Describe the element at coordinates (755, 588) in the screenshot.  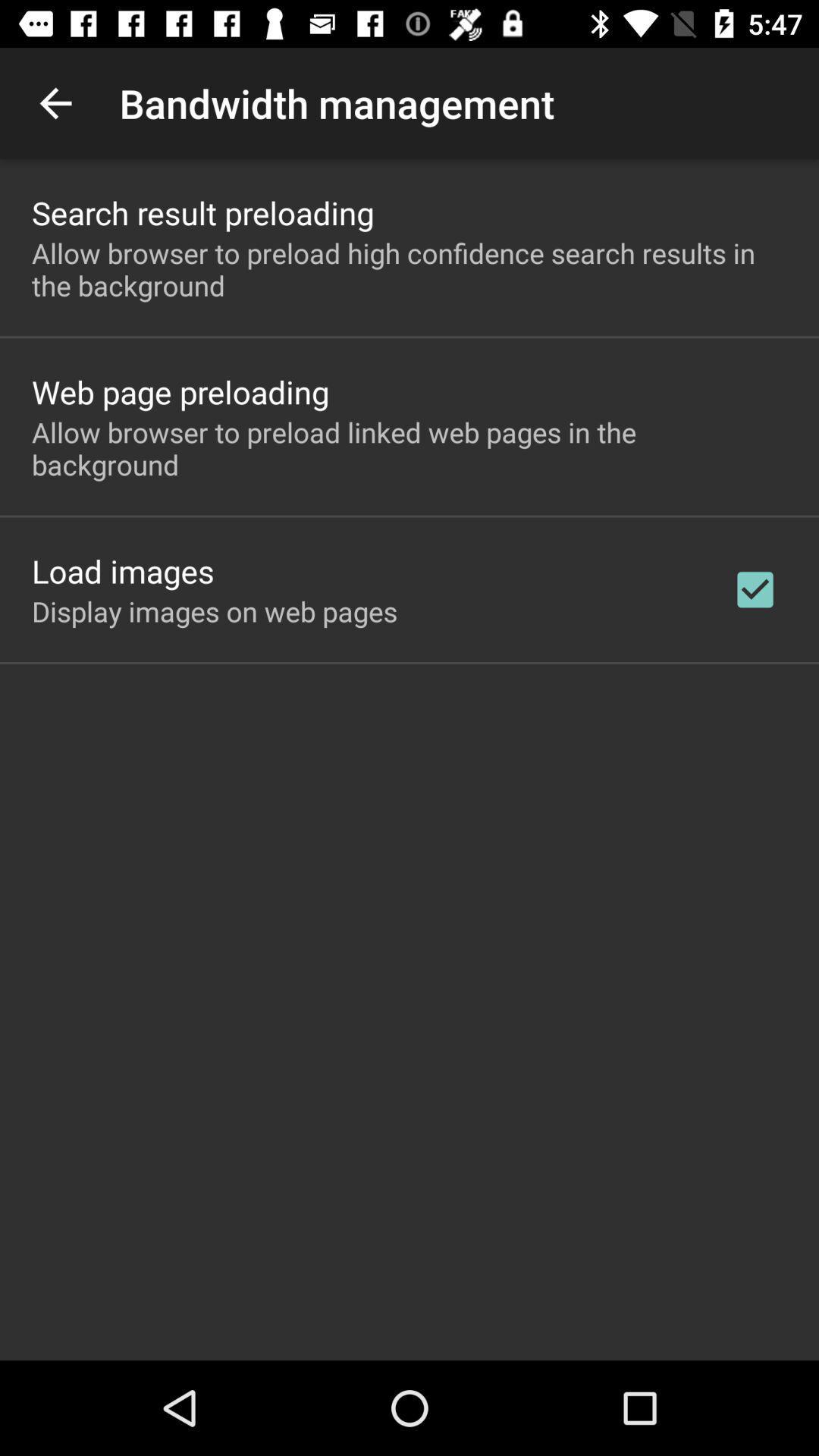
I see `item to the right of the display images on` at that location.